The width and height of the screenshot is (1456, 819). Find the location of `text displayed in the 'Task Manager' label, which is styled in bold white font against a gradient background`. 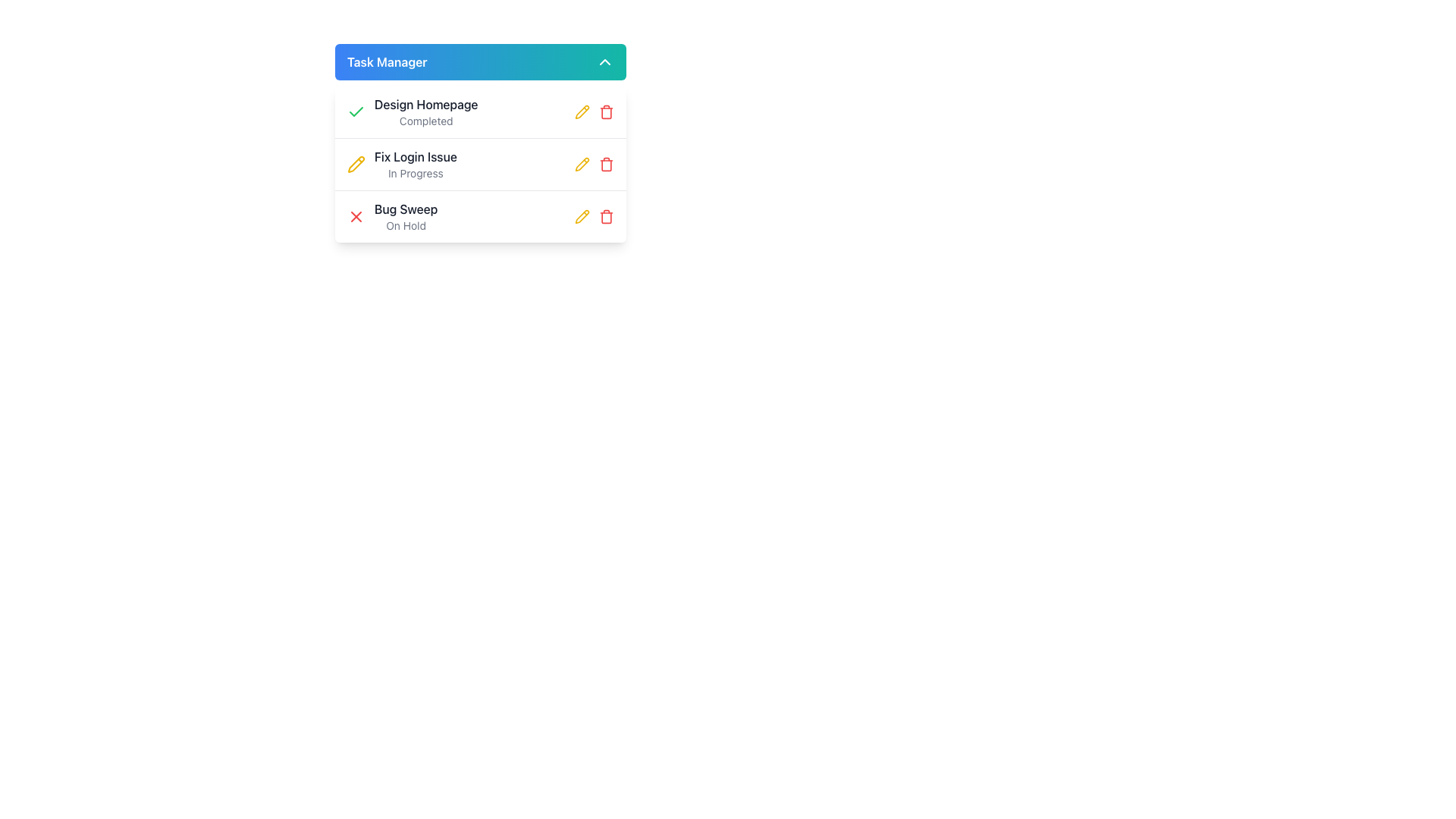

text displayed in the 'Task Manager' label, which is styled in bold white font against a gradient background is located at coordinates (387, 61).